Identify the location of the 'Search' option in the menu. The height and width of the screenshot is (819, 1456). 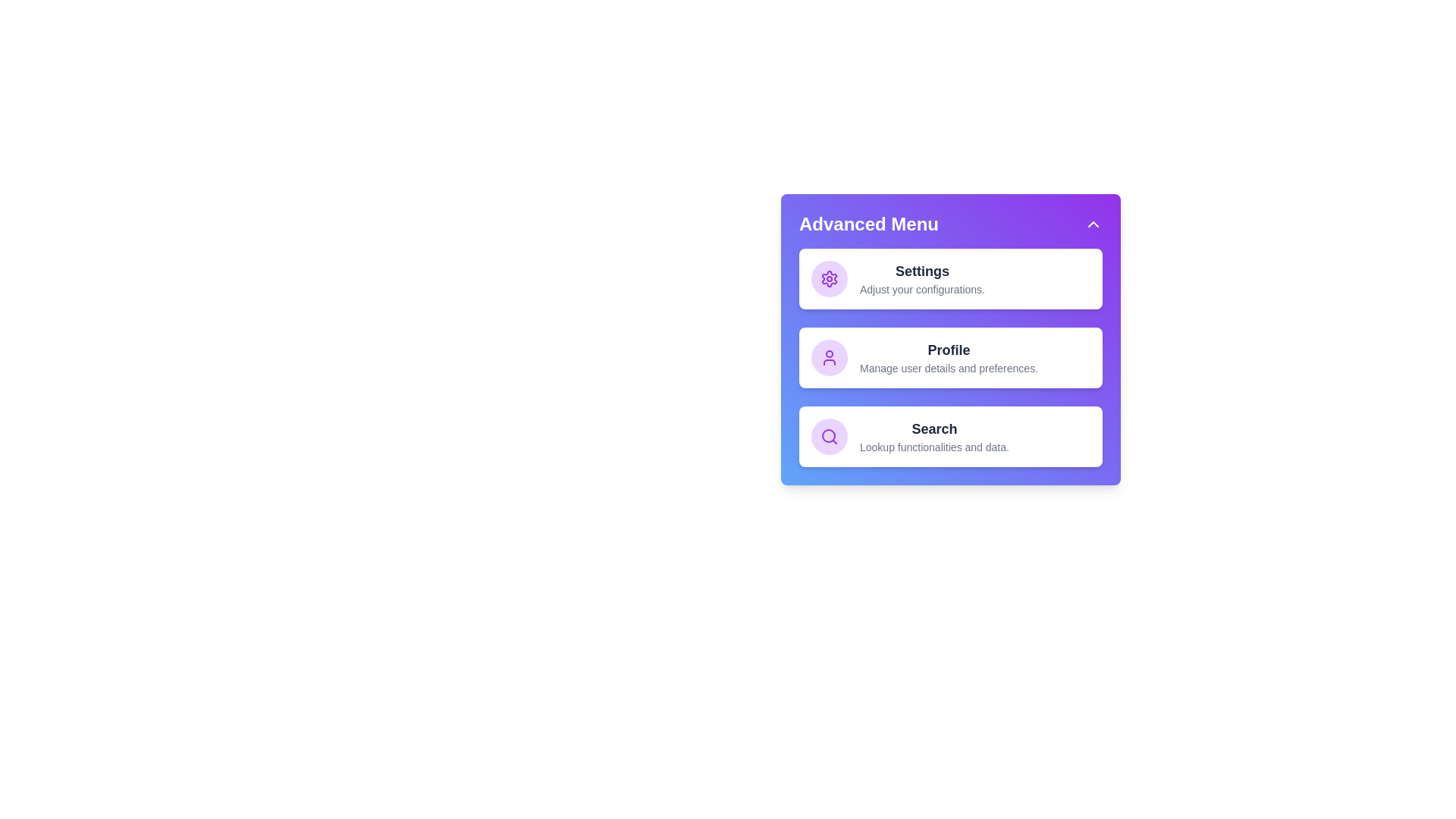
(949, 436).